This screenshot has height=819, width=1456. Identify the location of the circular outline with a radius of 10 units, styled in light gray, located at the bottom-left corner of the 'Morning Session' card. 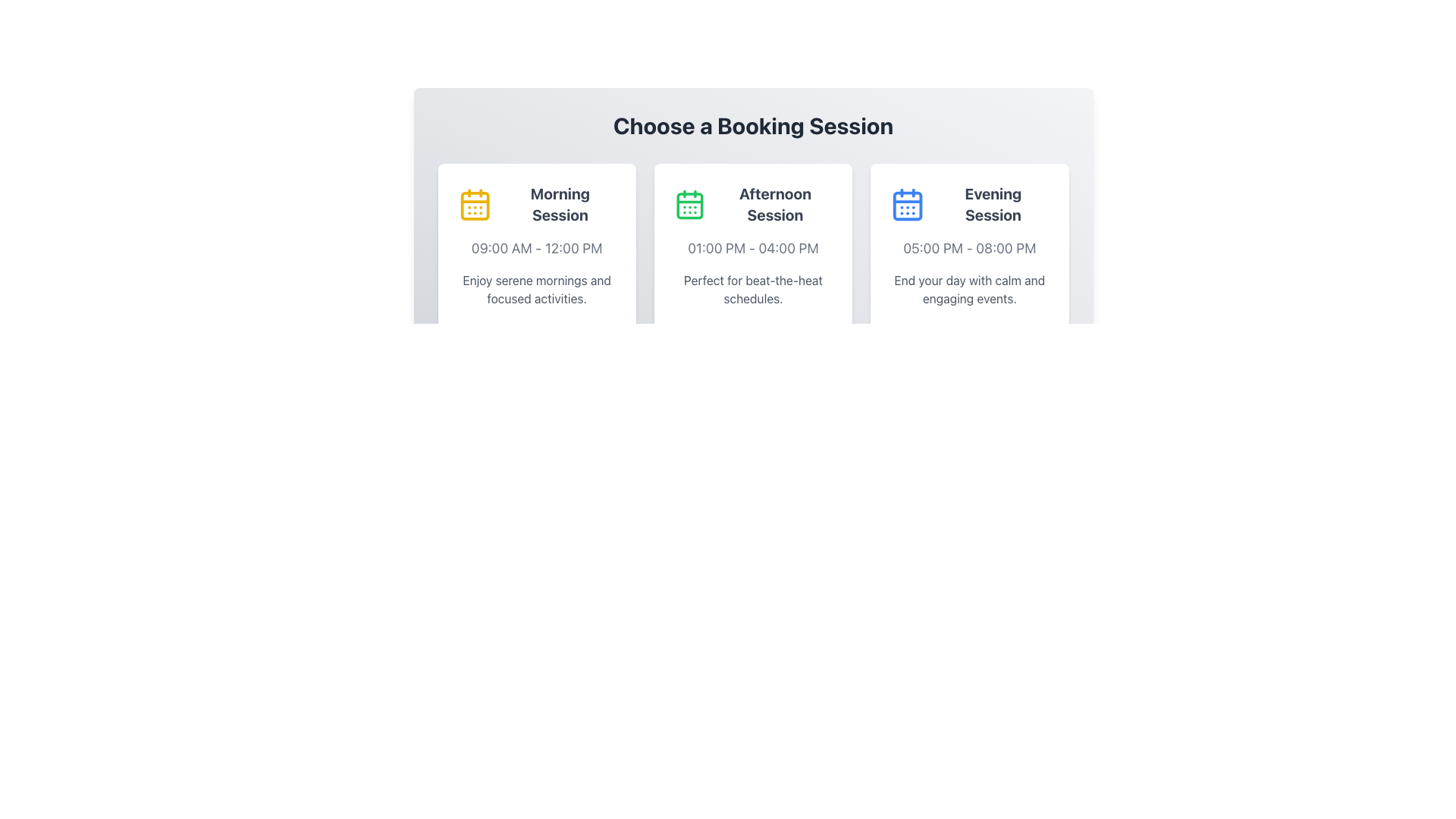
(607, 334).